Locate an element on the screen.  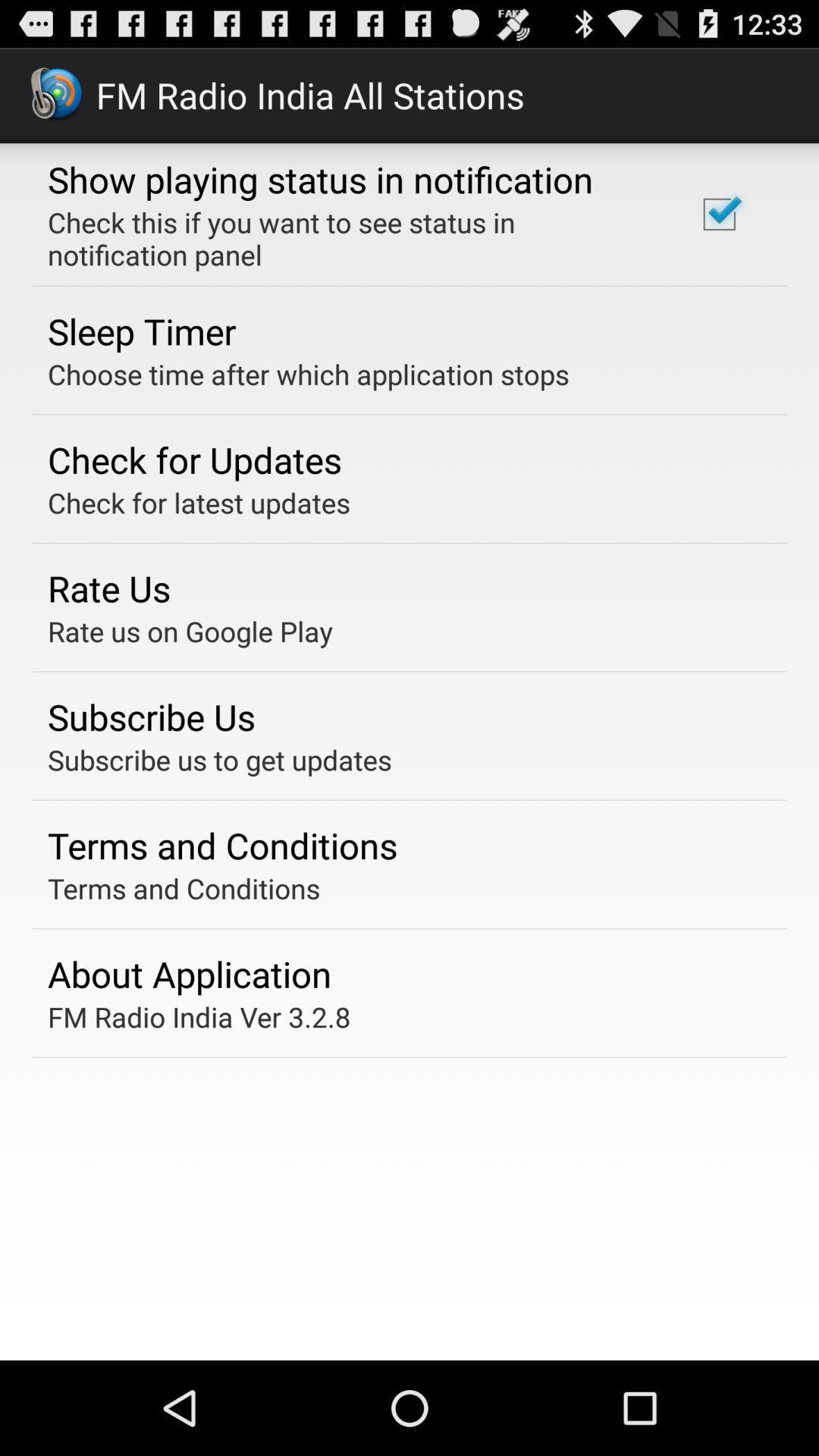
the app below check this if app is located at coordinates (142, 330).